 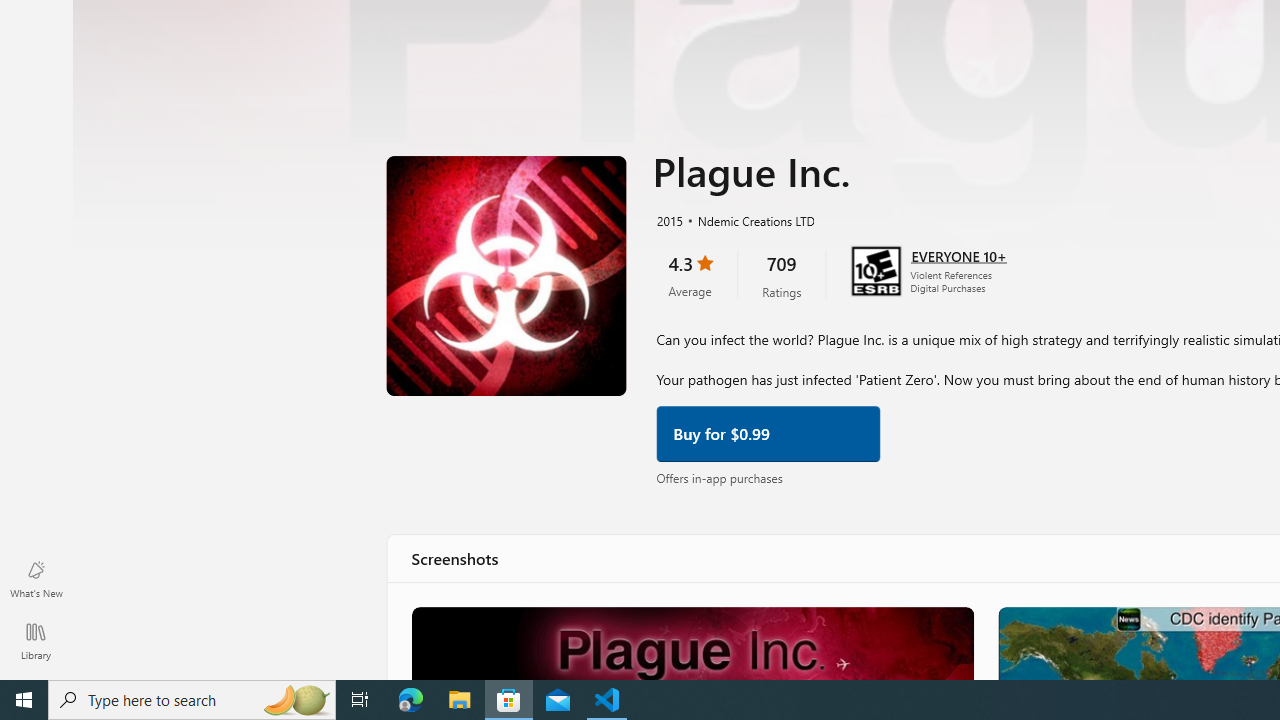 What do you see at coordinates (957, 253) in the screenshot?
I see `'Age rating: EVERYONE 10+. Click for more information.'` at bounding box center [957, 253].